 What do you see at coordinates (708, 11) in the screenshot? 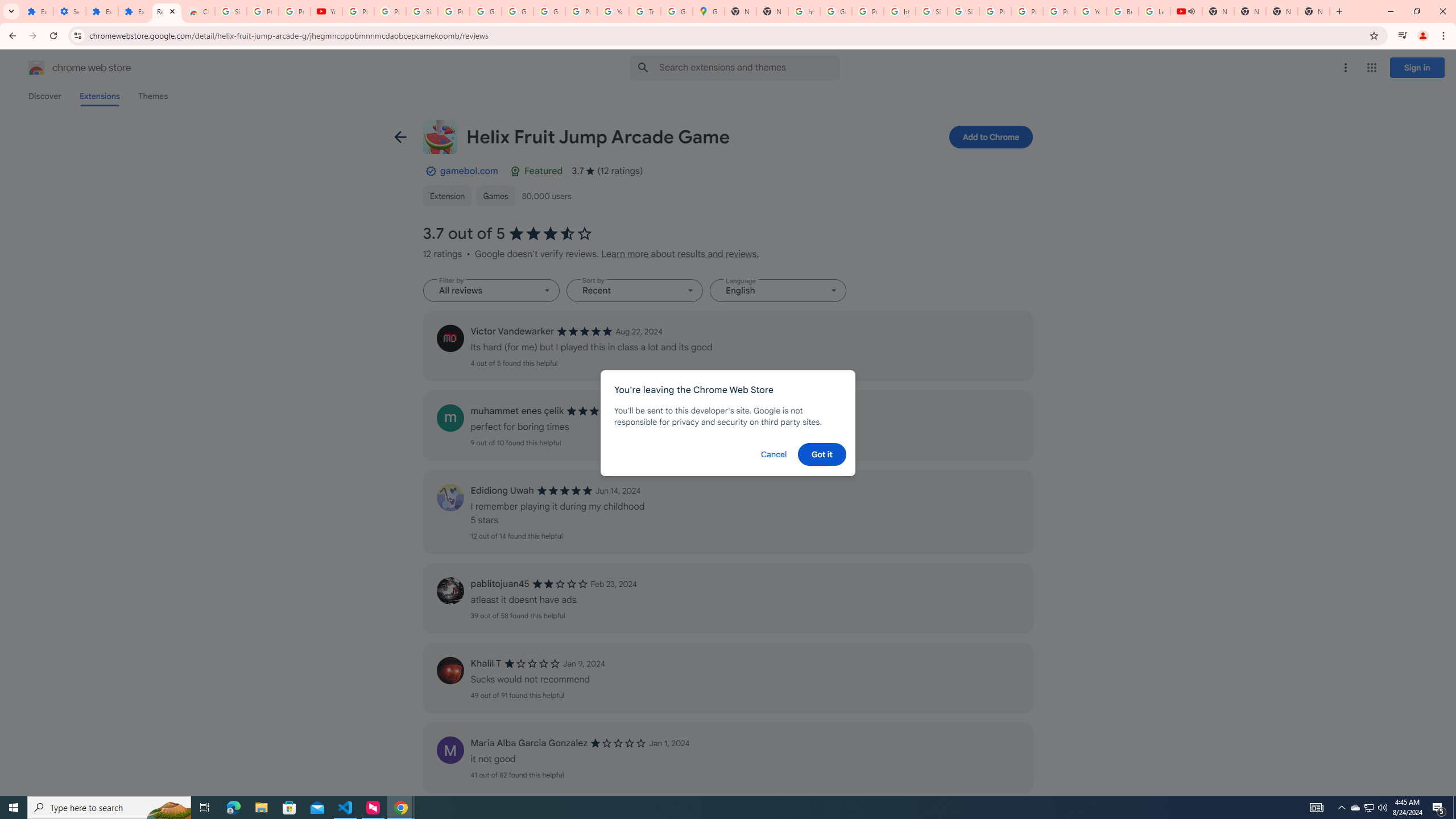
I see `'Google Maps'` at bounding box center [708, 11].